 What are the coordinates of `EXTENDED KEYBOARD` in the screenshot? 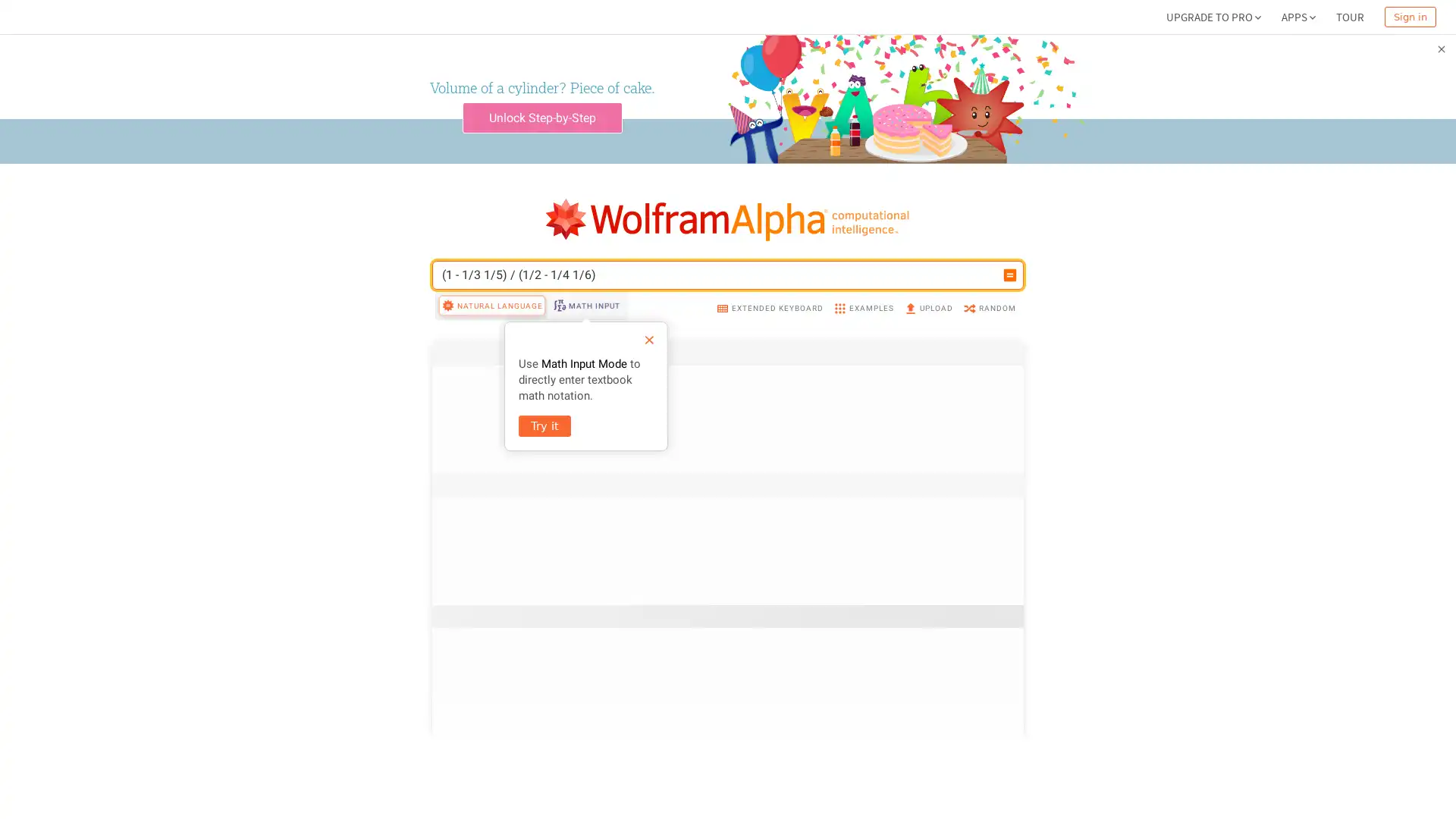 It's located at (769, 307).